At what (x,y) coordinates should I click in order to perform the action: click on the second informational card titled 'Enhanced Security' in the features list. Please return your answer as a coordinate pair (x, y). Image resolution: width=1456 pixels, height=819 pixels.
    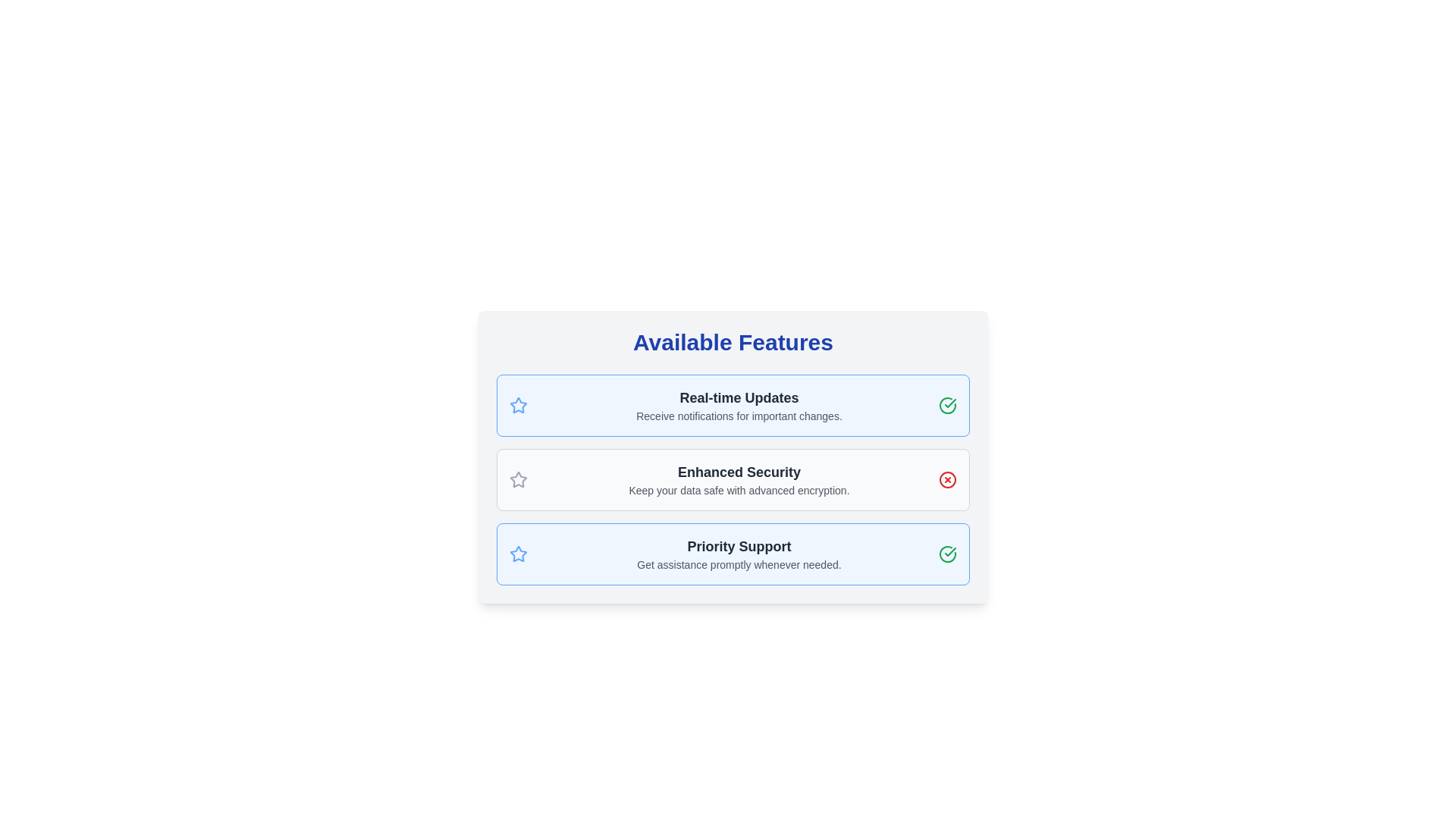
    Looking at the image, I should click on (733, 456).